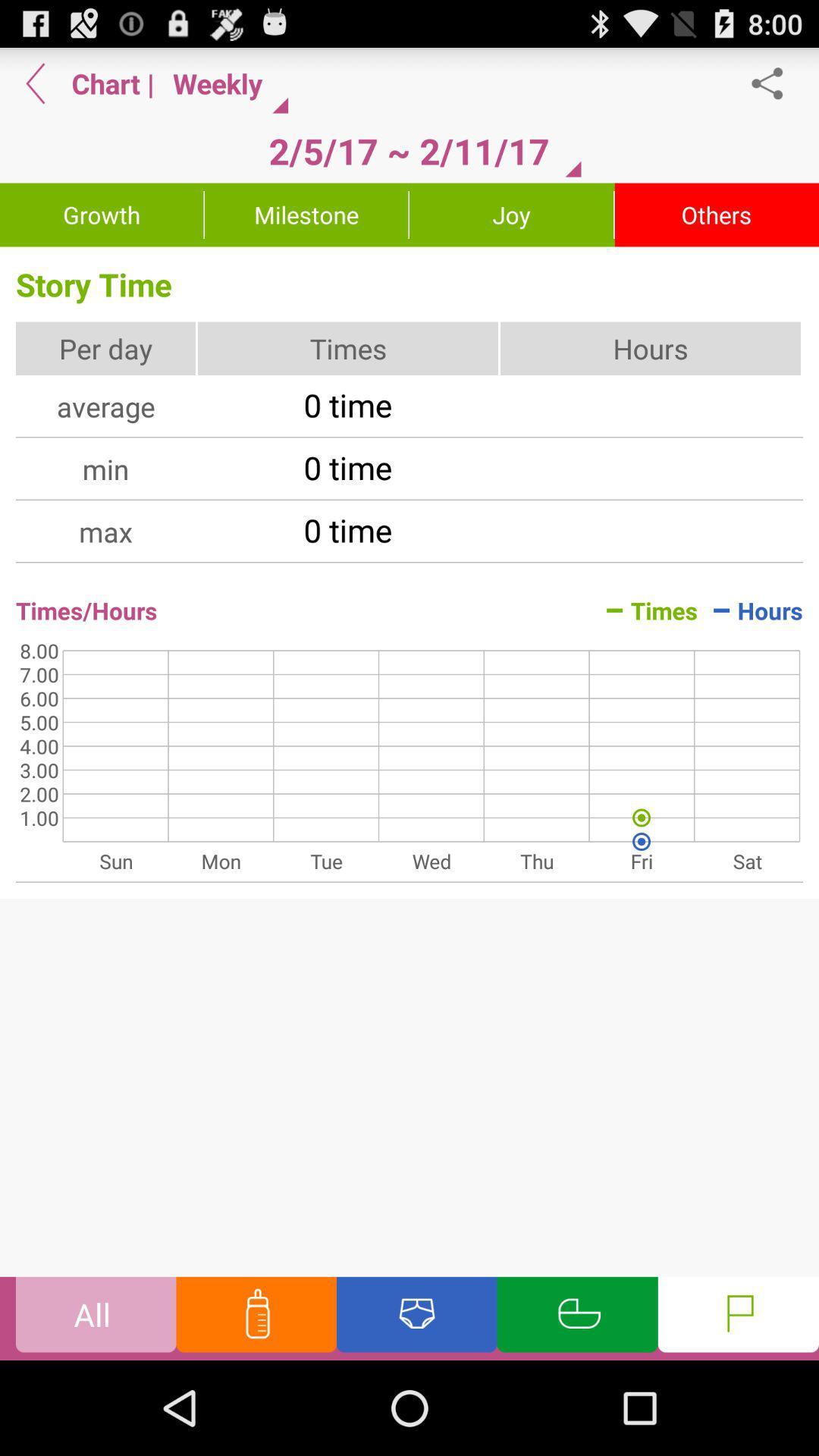  What do you see at coordinates (775, 83) in the screenshot?
I see `share the article` at bounding box center [775, 83].